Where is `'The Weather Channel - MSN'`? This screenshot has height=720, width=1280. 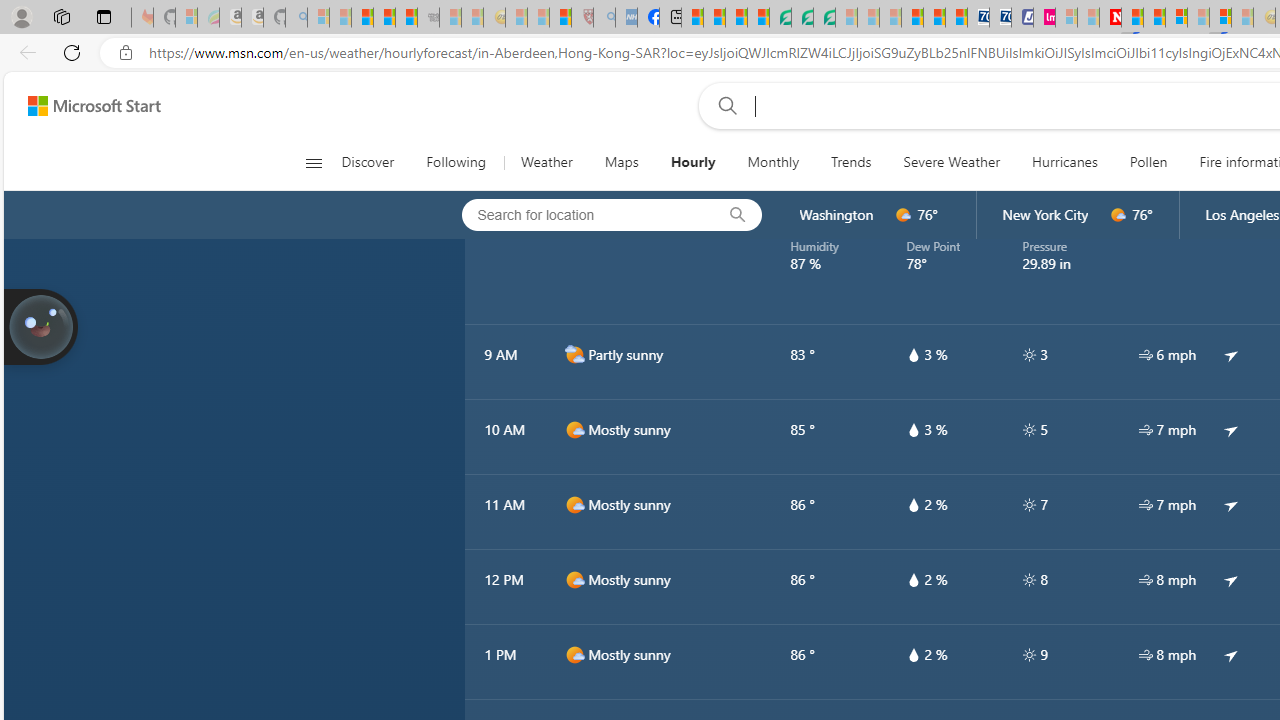
'The Weather Channel - MSN' is located at coordinates (362, 17).